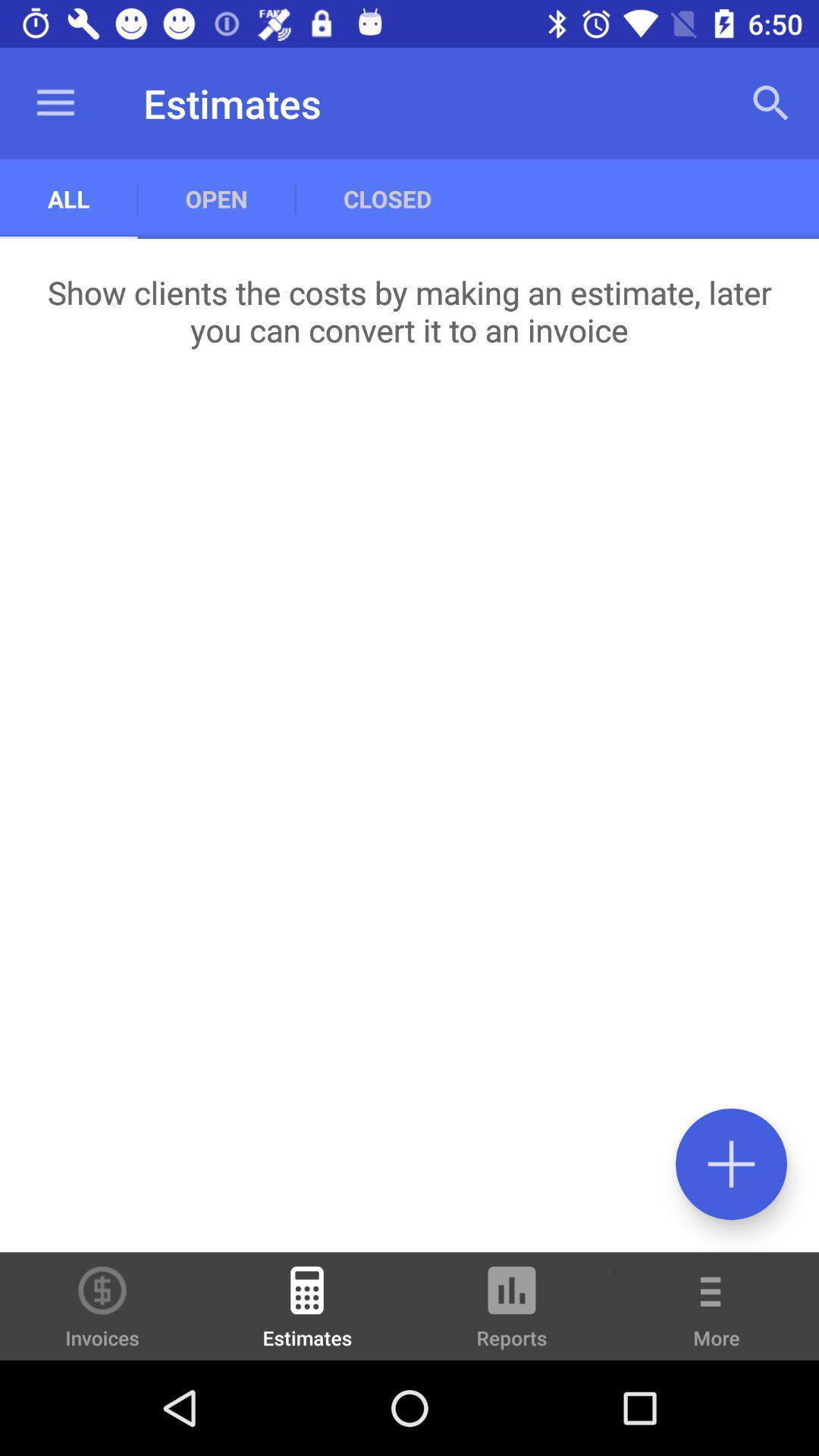 The height and width of the screenshot is (1456, 819). I want to click on download, so click(730, 1163).